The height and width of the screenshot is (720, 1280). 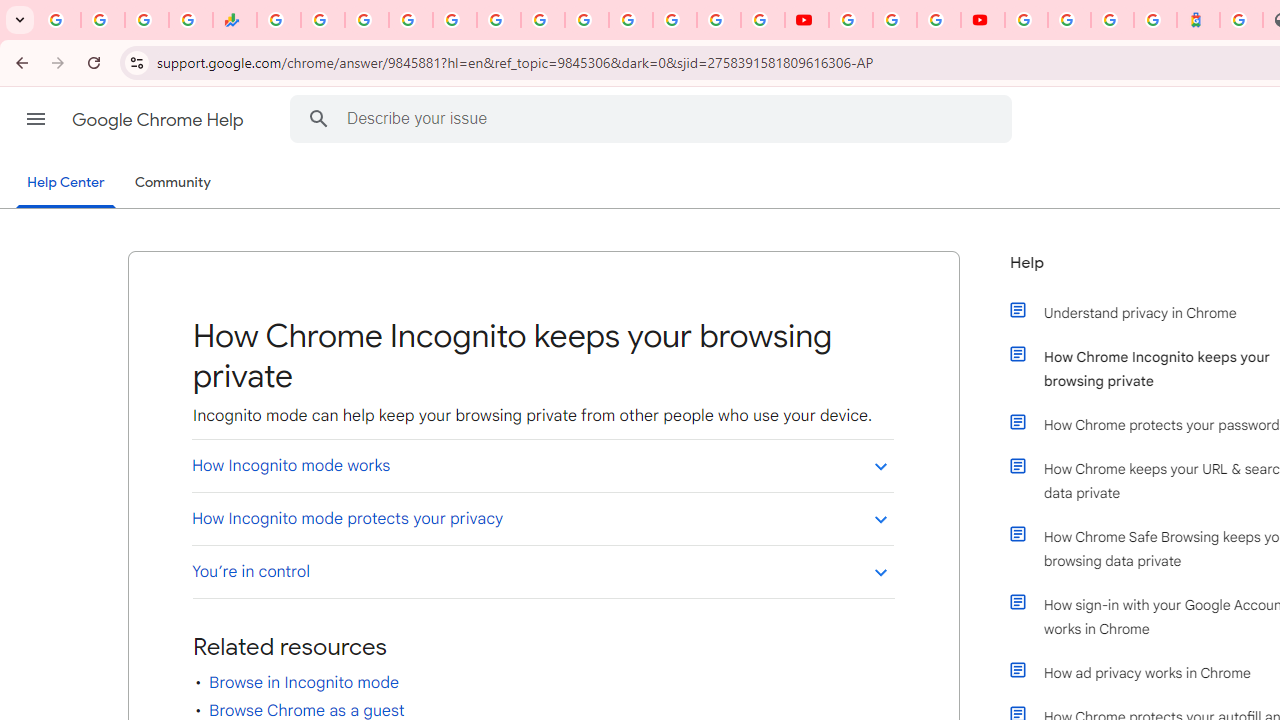 I want to click on 'Atour Hotel - Google hotels', so click(x=1198, y=20).